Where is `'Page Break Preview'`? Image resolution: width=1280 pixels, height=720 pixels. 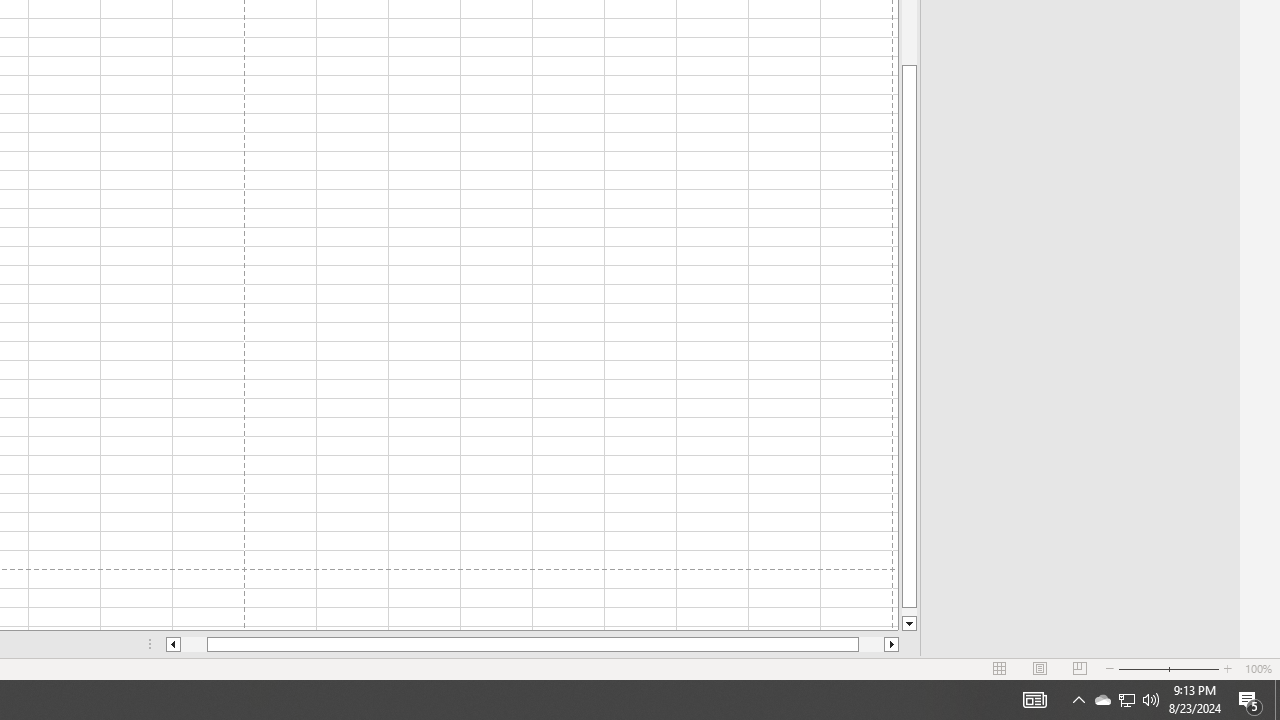
'Page Break Preview' is located at coordinates (1078, 669).